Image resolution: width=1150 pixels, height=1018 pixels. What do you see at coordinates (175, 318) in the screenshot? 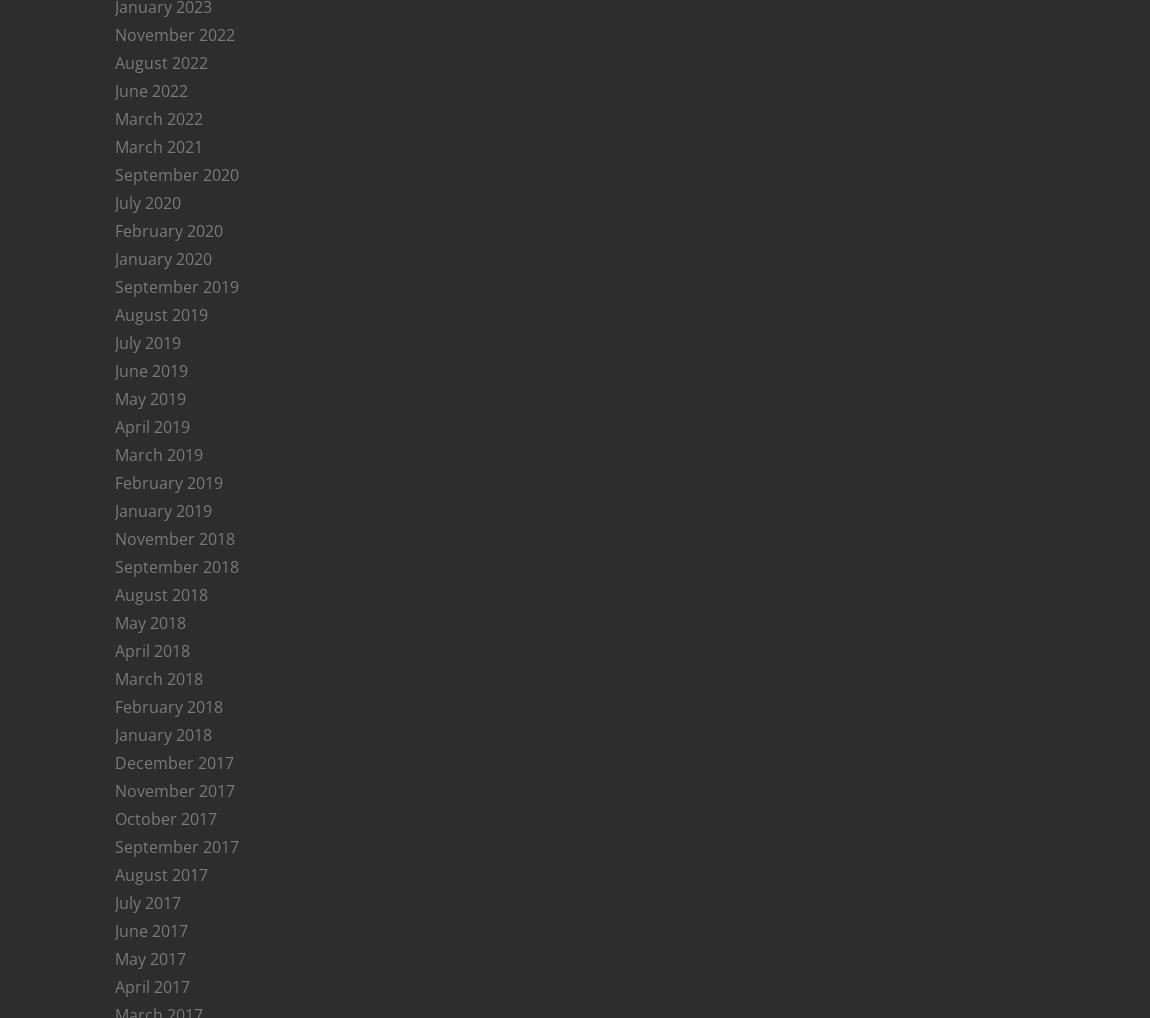
I see `'Why, The Flower'` at bounding box center [175, 318].